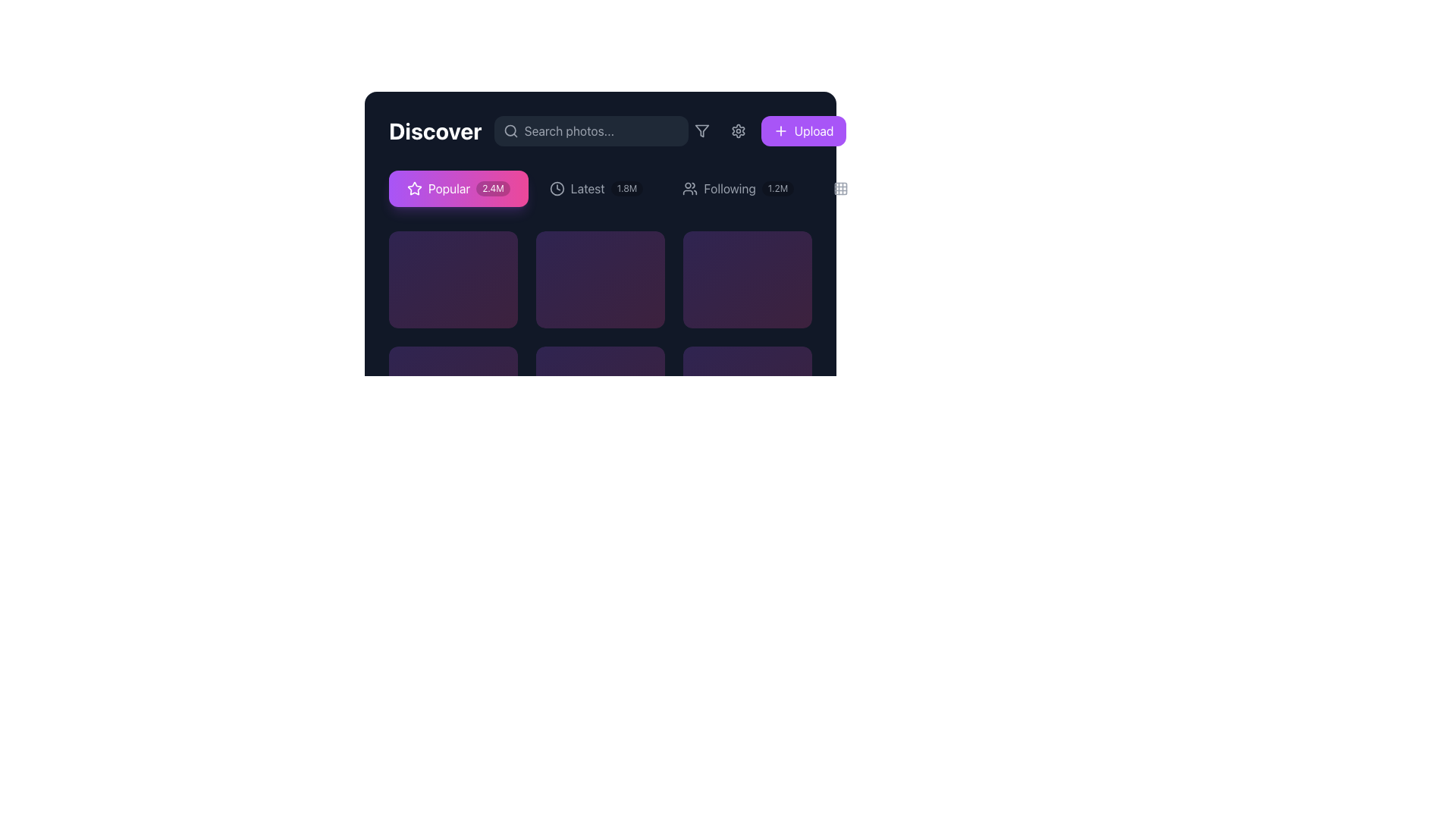 The image size is (1456, 819). I want to click on the search input bar styled with a dark background and placeholder text 'Search photos...', so click(590, 130).